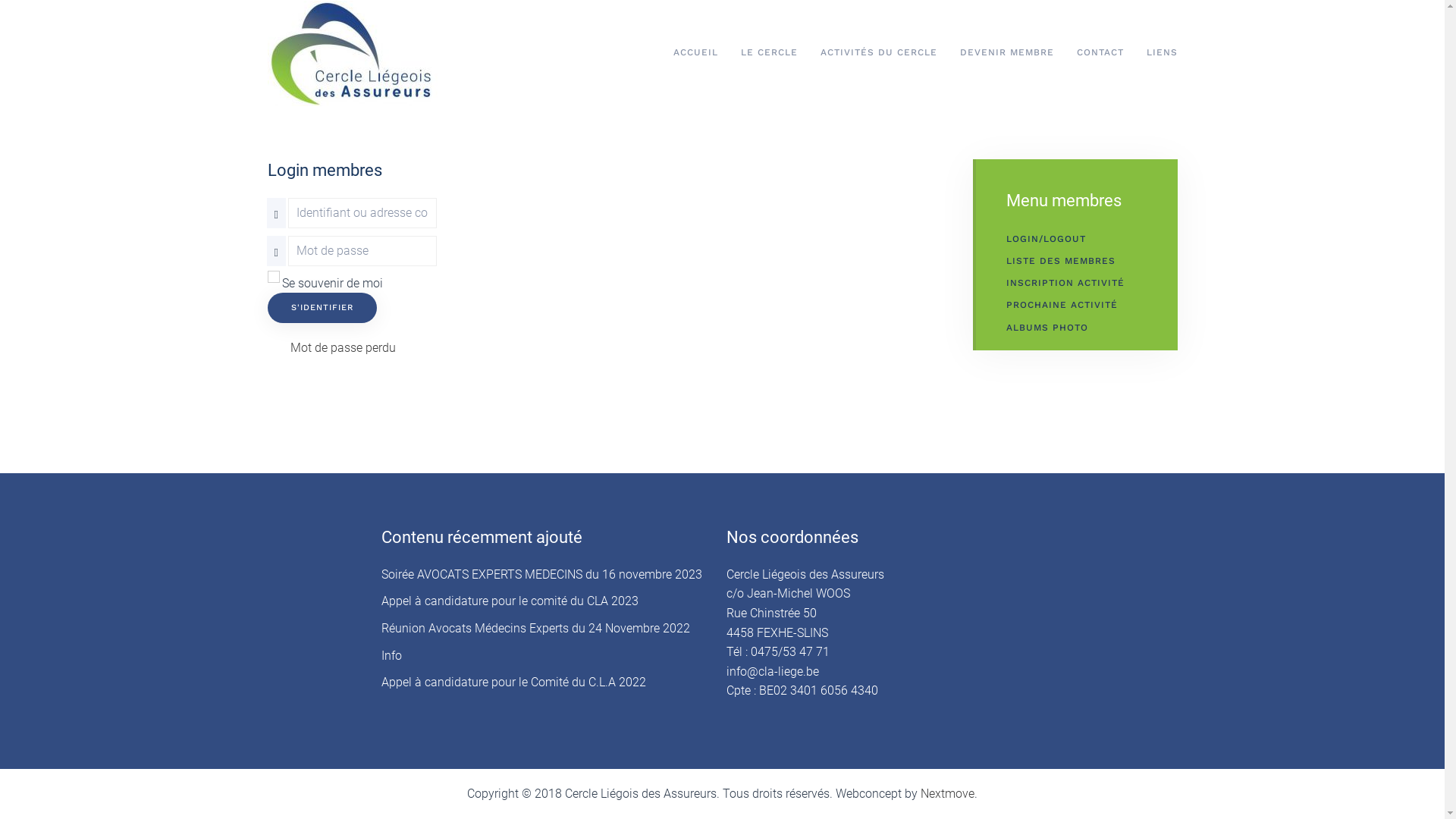 This screenshot has height=819, width=1456. I want to click on 'LISTE DES MEMBRES', so click(1075, 260).